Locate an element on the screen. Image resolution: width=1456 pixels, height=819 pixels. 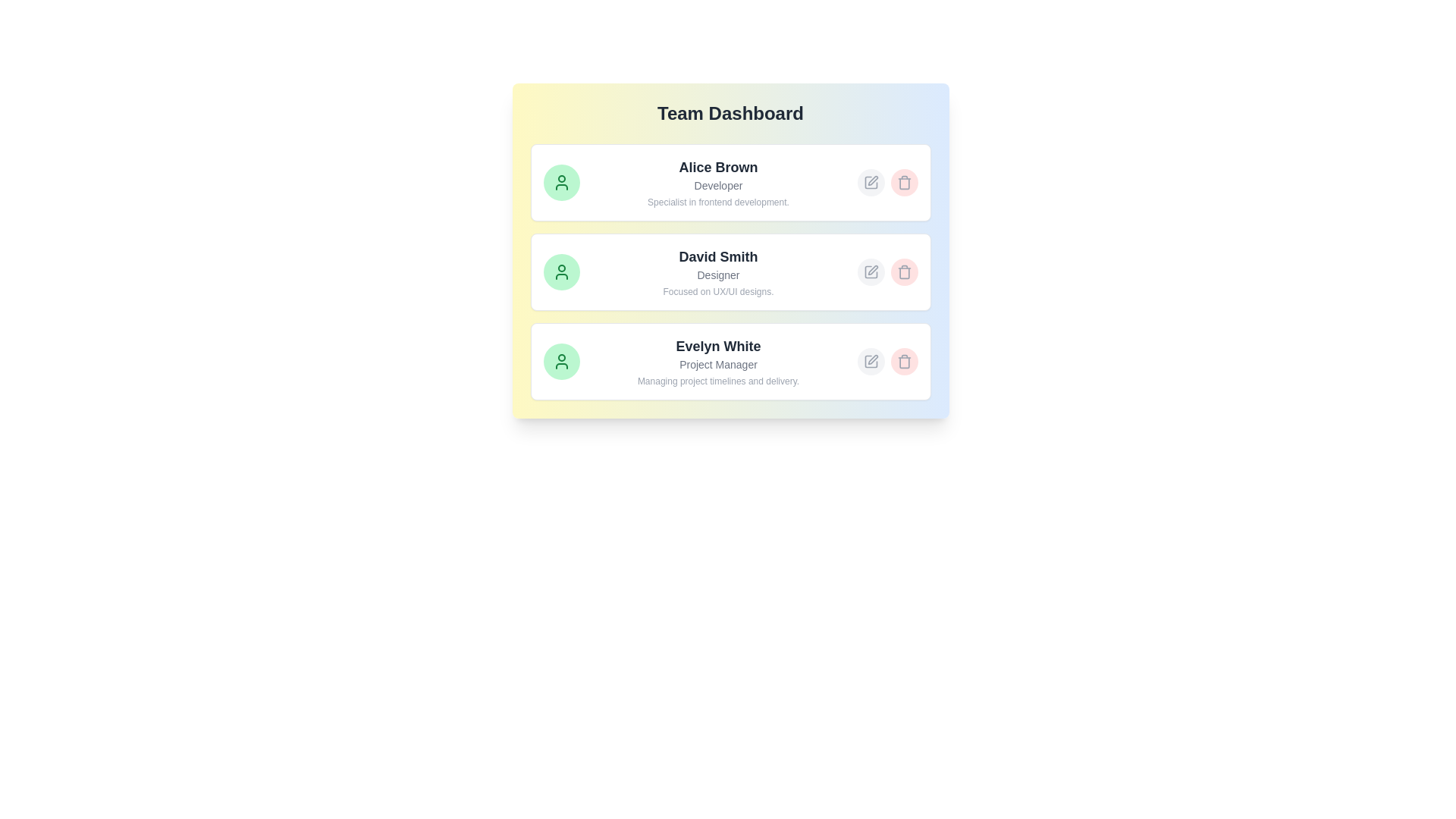
the static text displaying 'Designer', which is styled in a small-sized gray font and positioned below the 'David Smith' text within the middle information block is located at coordinates (717, 275).